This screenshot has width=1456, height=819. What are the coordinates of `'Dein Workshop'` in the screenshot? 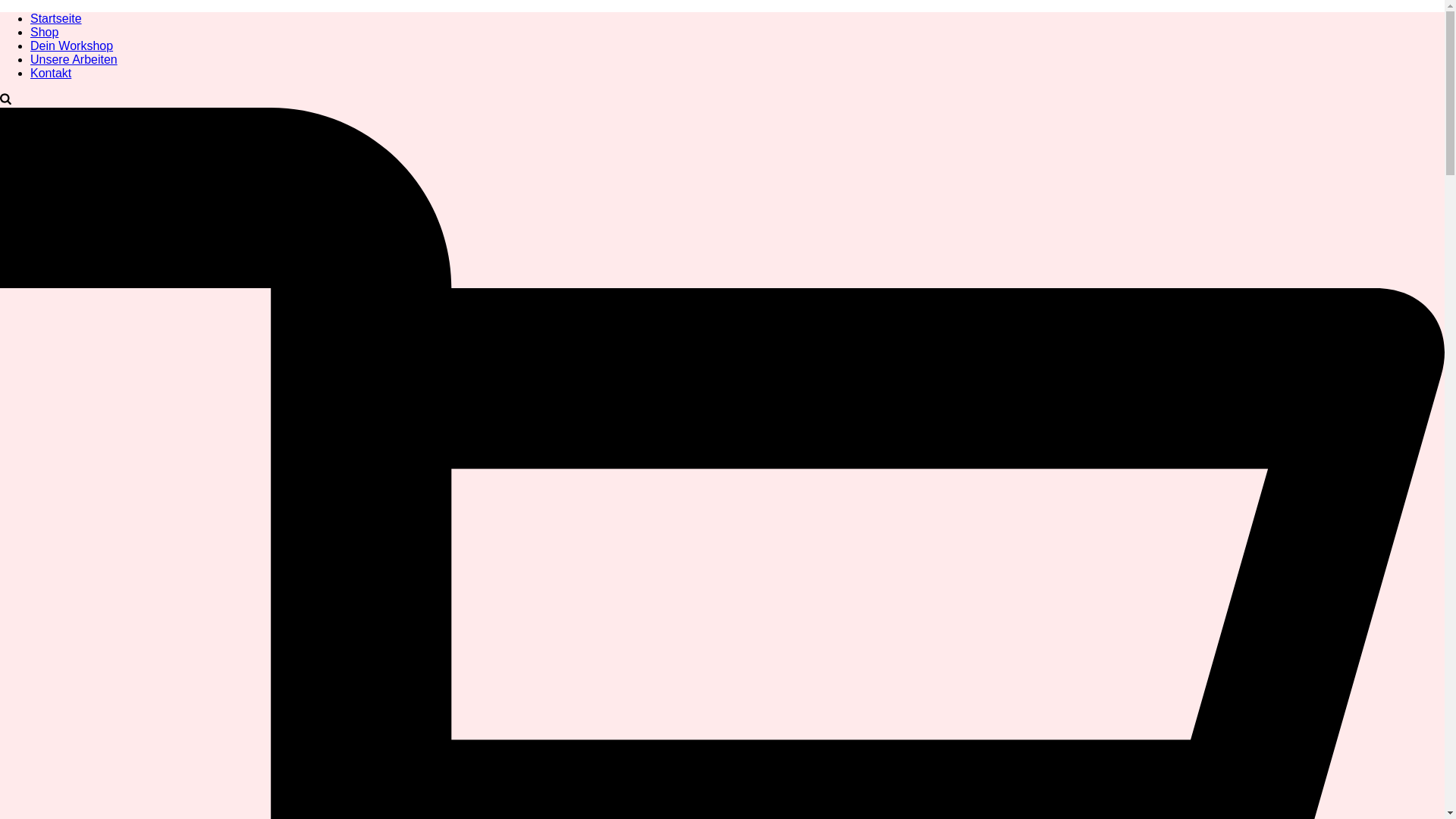 It's located at (71, 45).